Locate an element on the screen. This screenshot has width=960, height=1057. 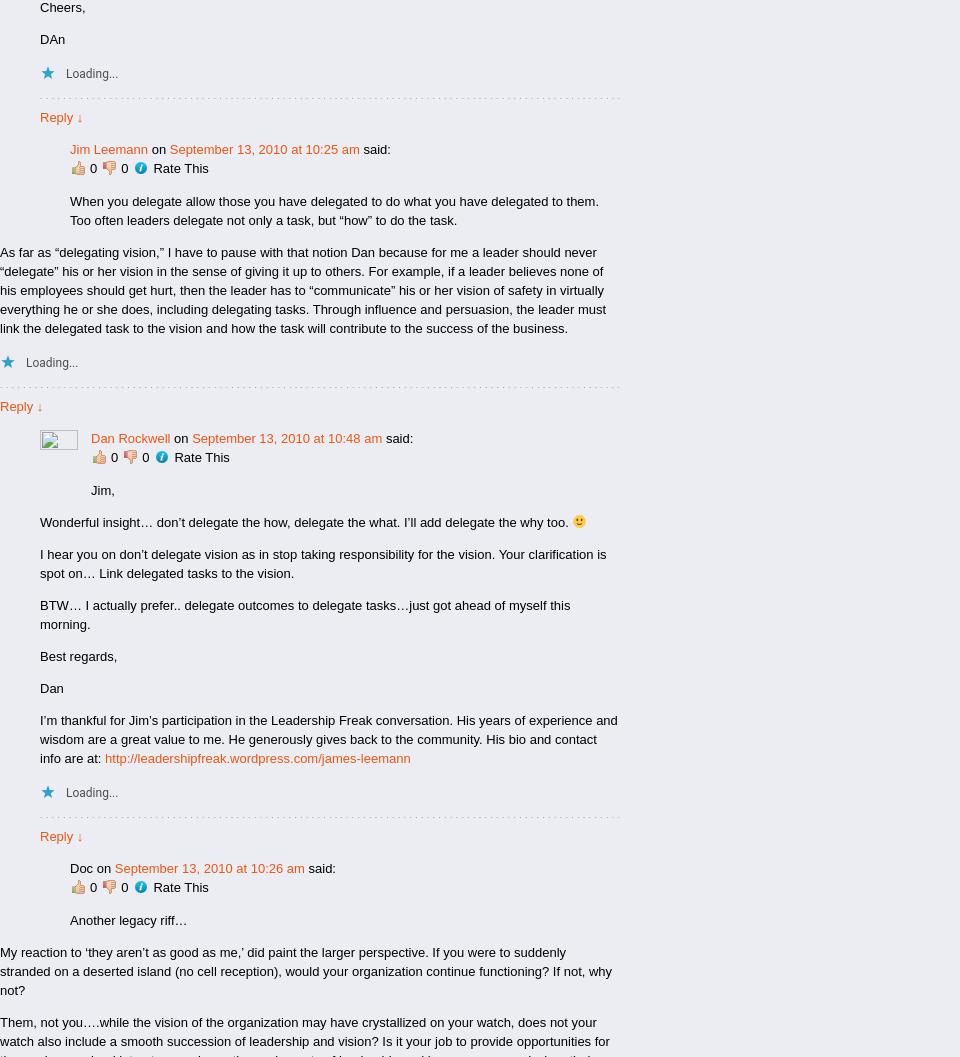
'My reaction to ‘they aren’t as good as me,’ did paint the larger perspective.  If you were to suddenly stranded on a deserted island (no cell reception), would your organization continue functioning? If not, why not?' is located at coordinates (305, 970).